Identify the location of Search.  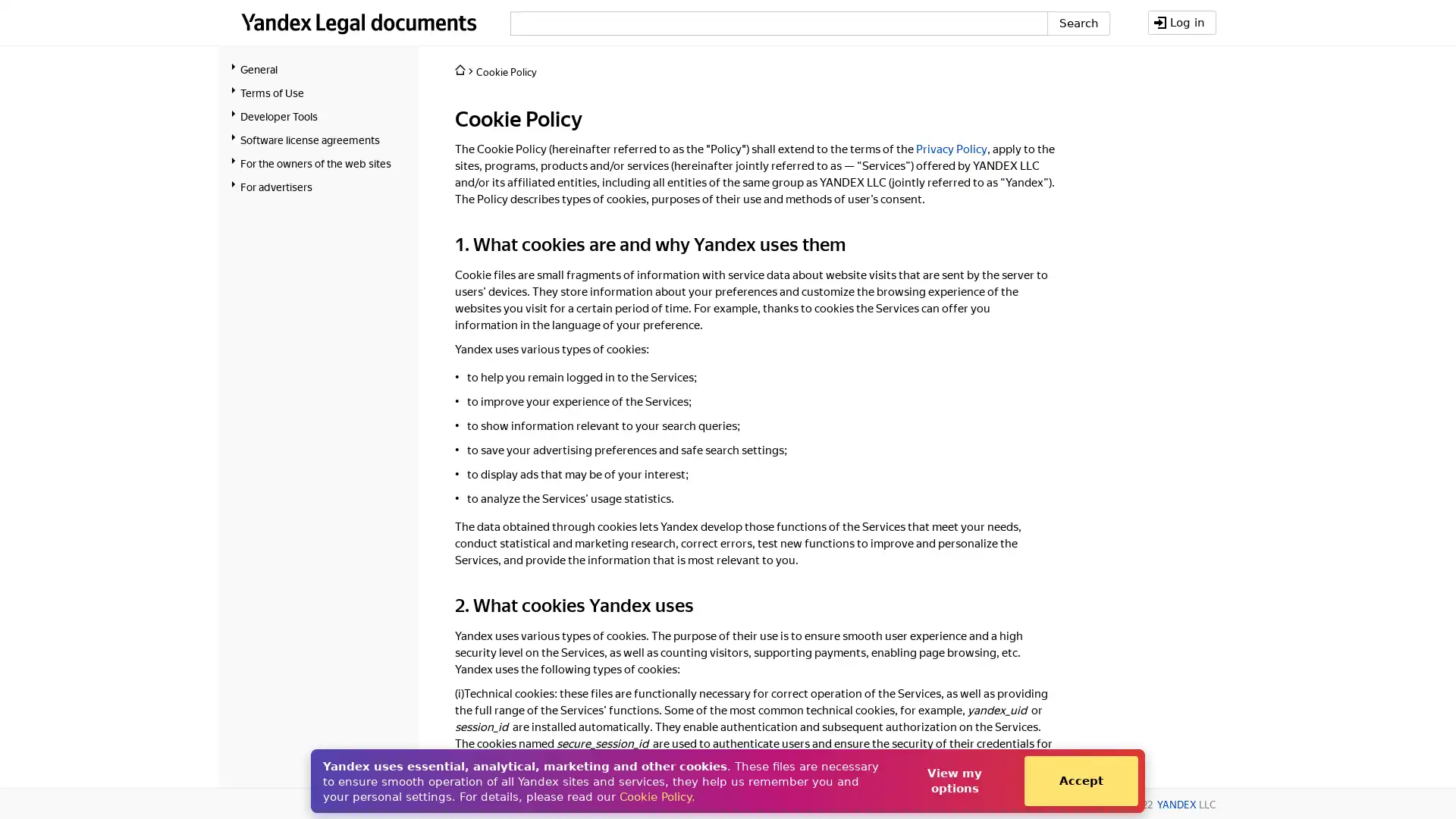
(1077, 23).